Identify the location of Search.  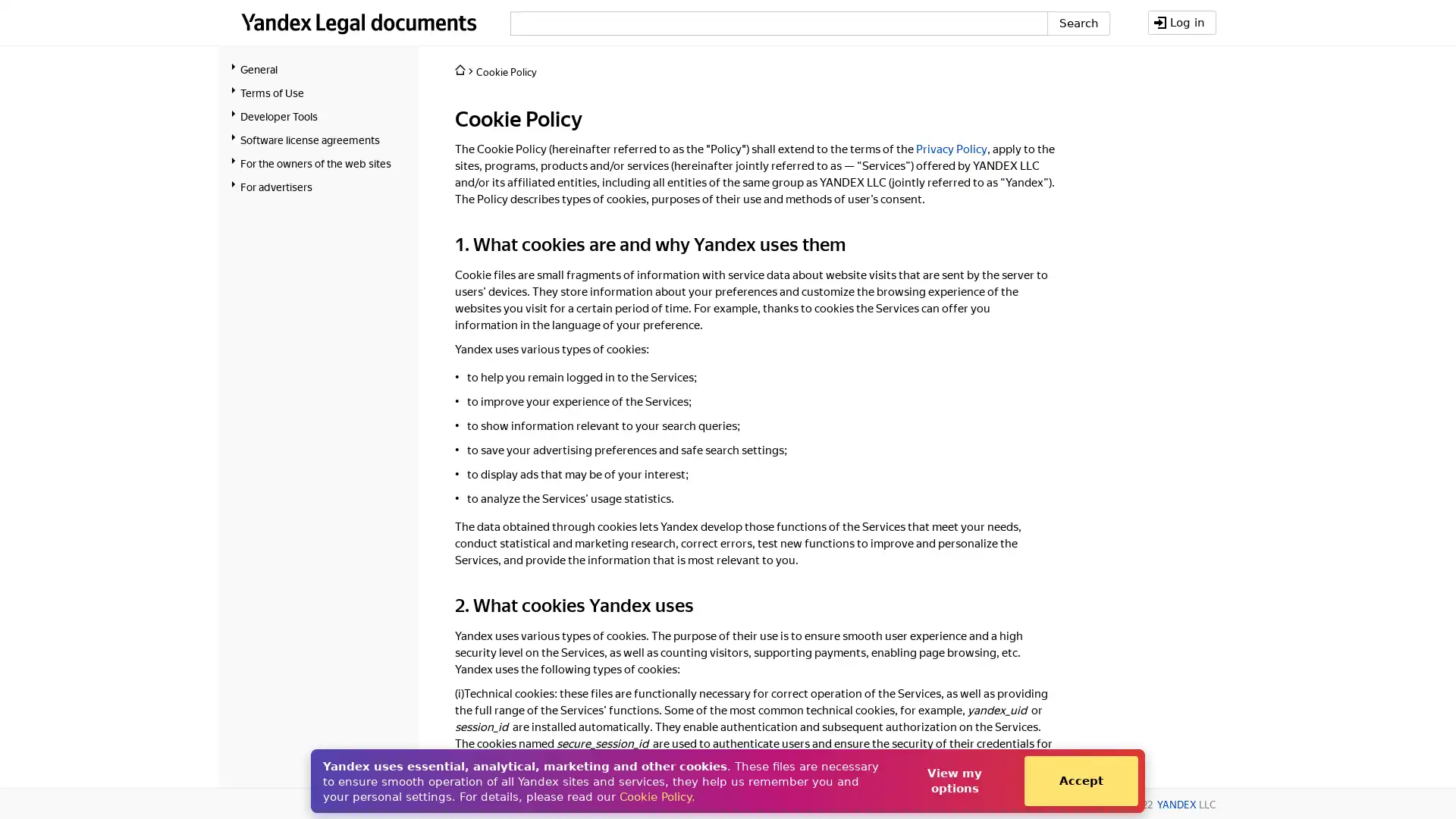
(1077, 23).